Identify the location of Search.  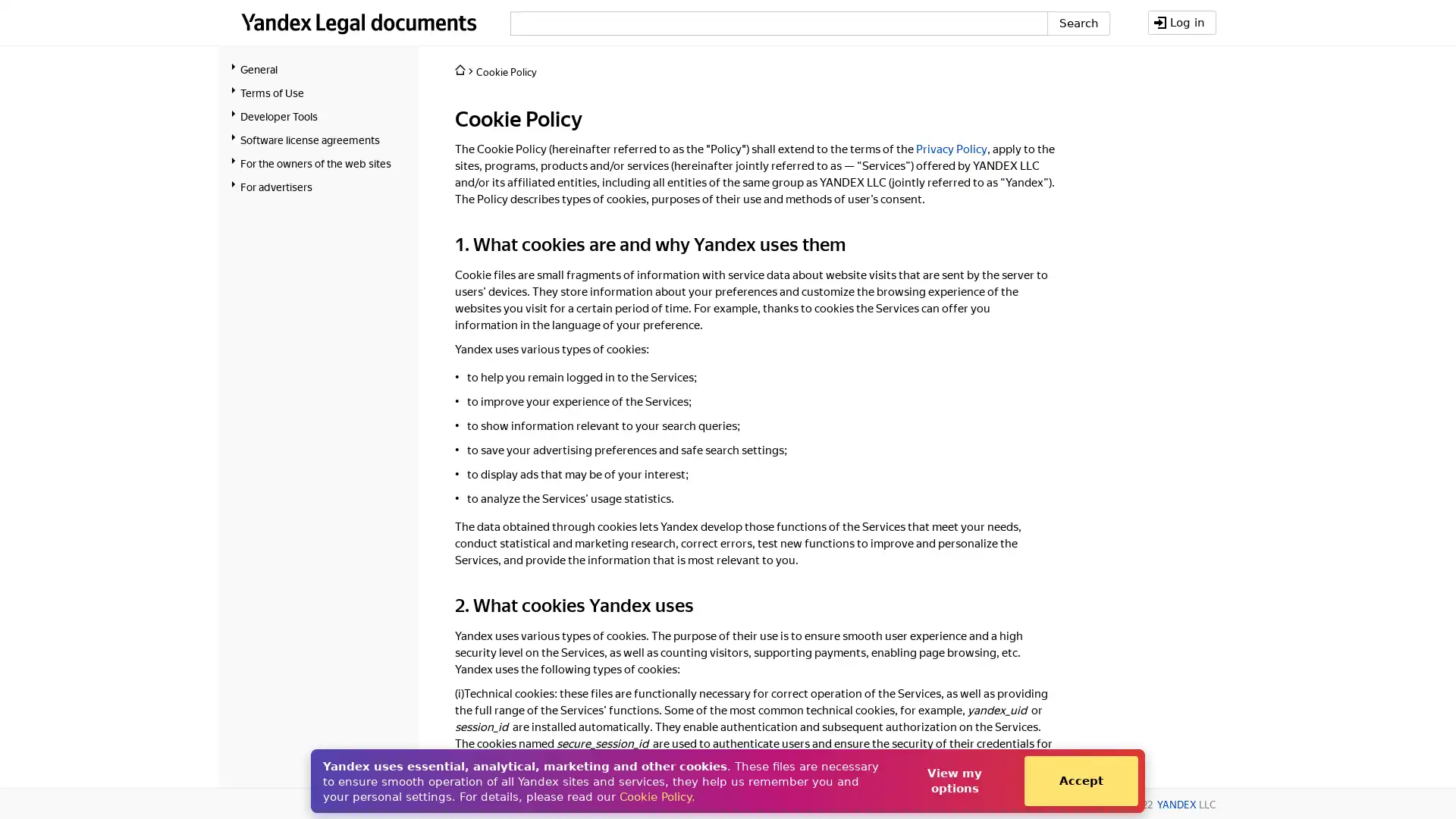
(1077, 23).